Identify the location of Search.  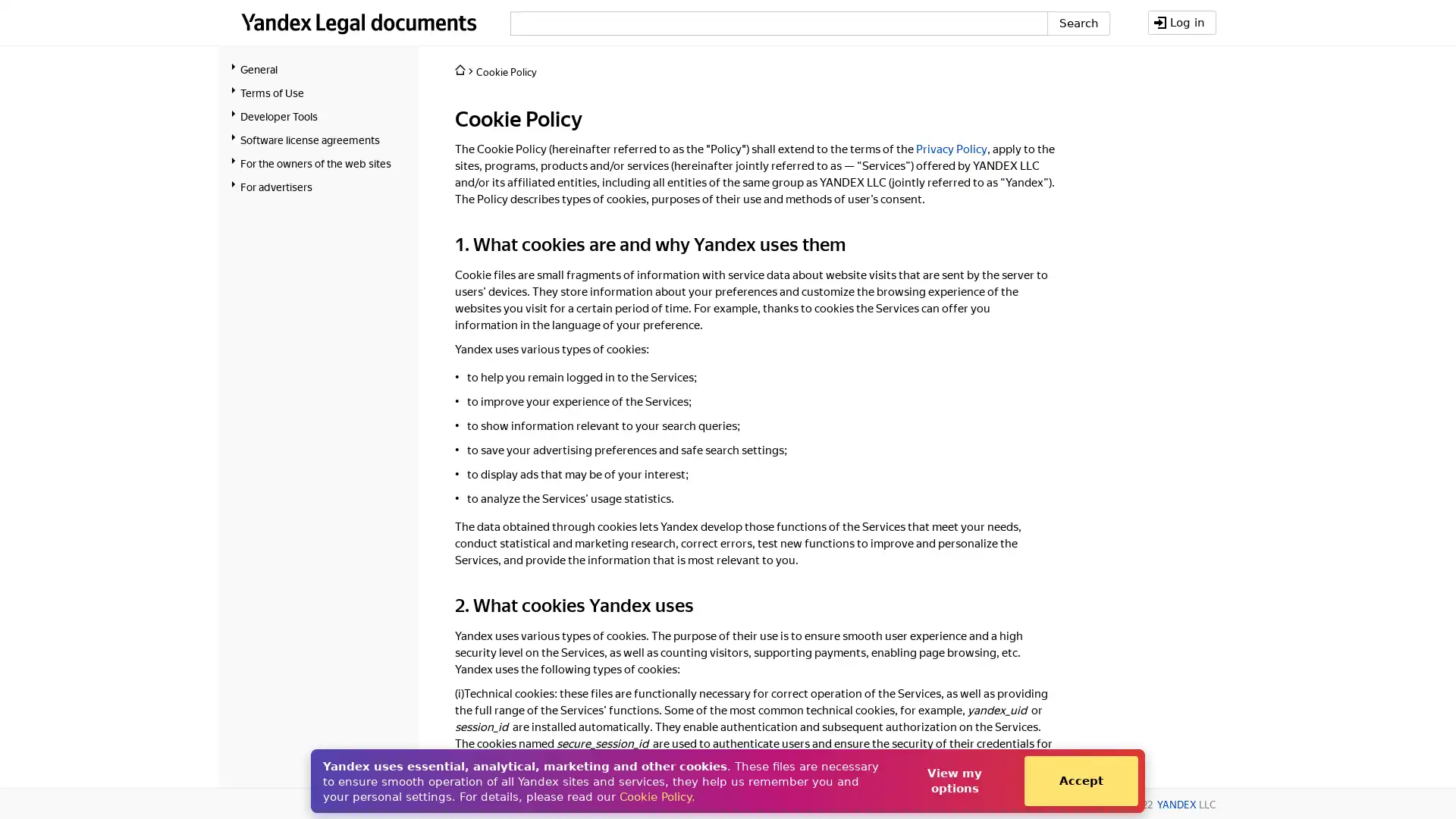
(1077, 23).